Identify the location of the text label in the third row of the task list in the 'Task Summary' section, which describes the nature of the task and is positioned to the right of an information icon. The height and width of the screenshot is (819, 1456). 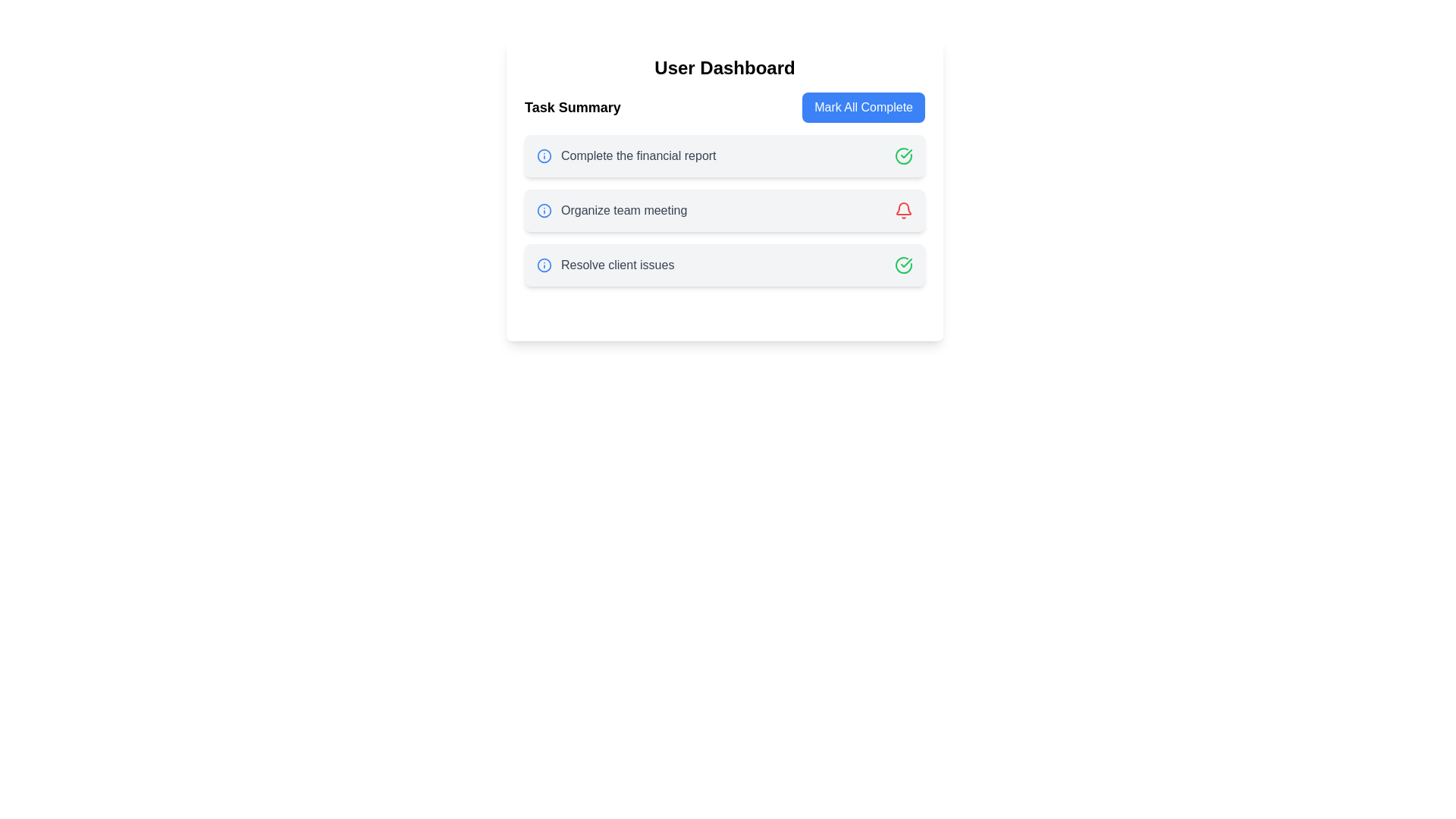
(617, 265).